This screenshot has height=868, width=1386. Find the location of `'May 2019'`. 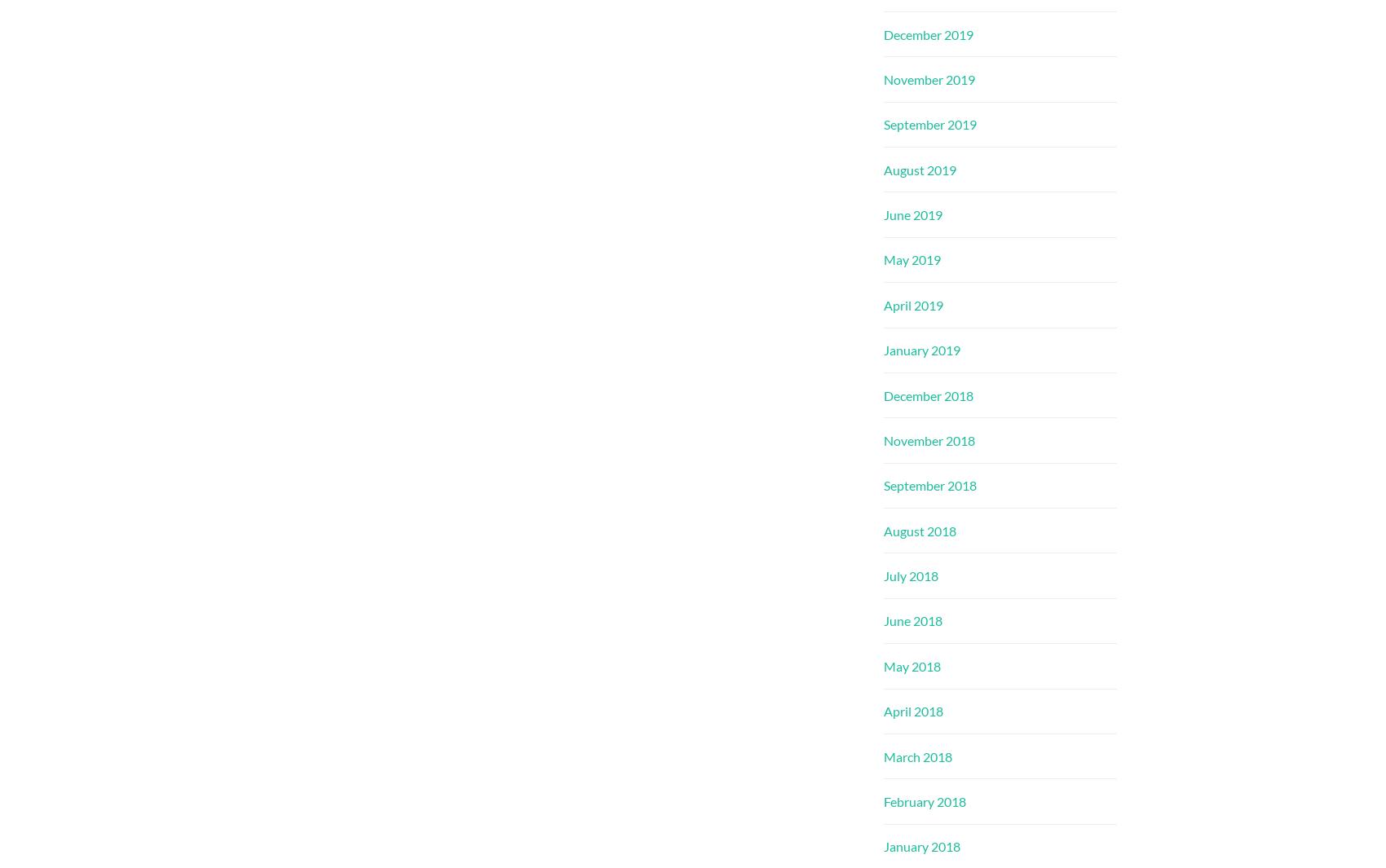

'May 2019' is located at coordinates (883, 258).